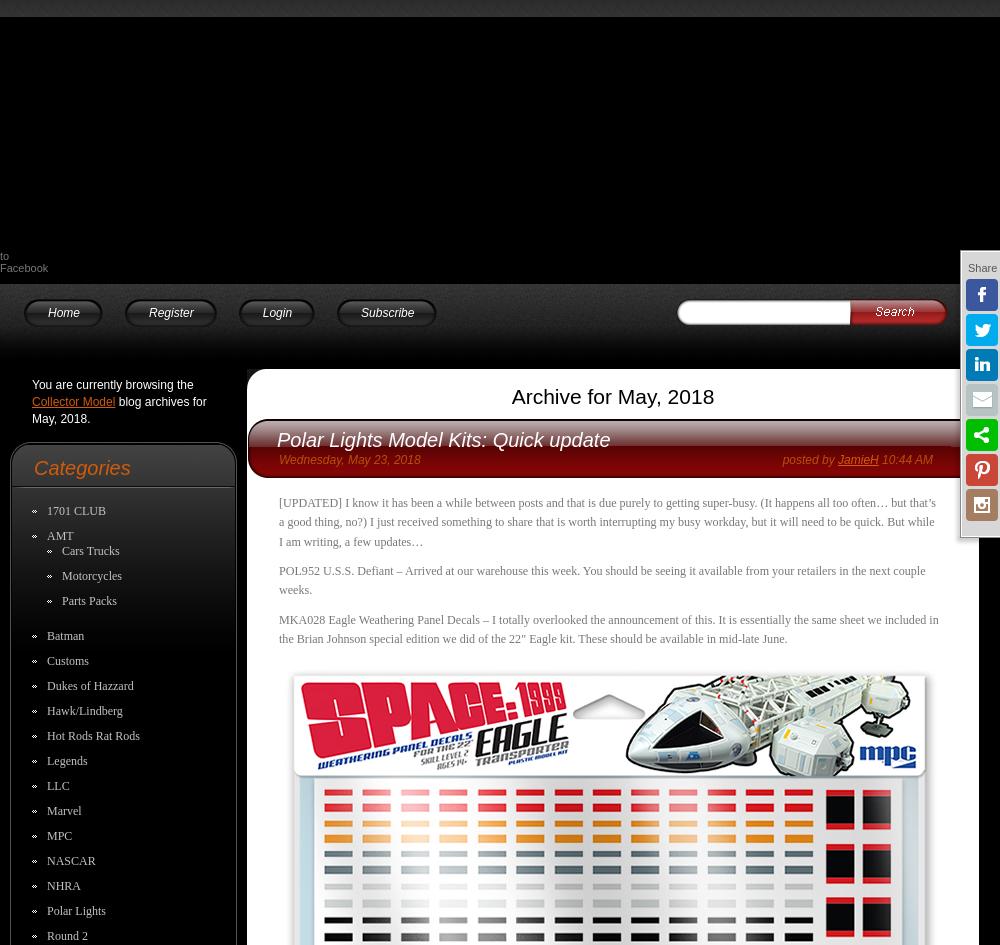 The height and width of the screenshot is (945, 1000). What do you see at coordinates (601, 580) in the screenshot?
I see `'POL952 U.S.S. Defiant – Arrived at our warehouse this week. You should be seeing it available from your retailers in the next couple weeks.'` at bounding box center [601, 580].